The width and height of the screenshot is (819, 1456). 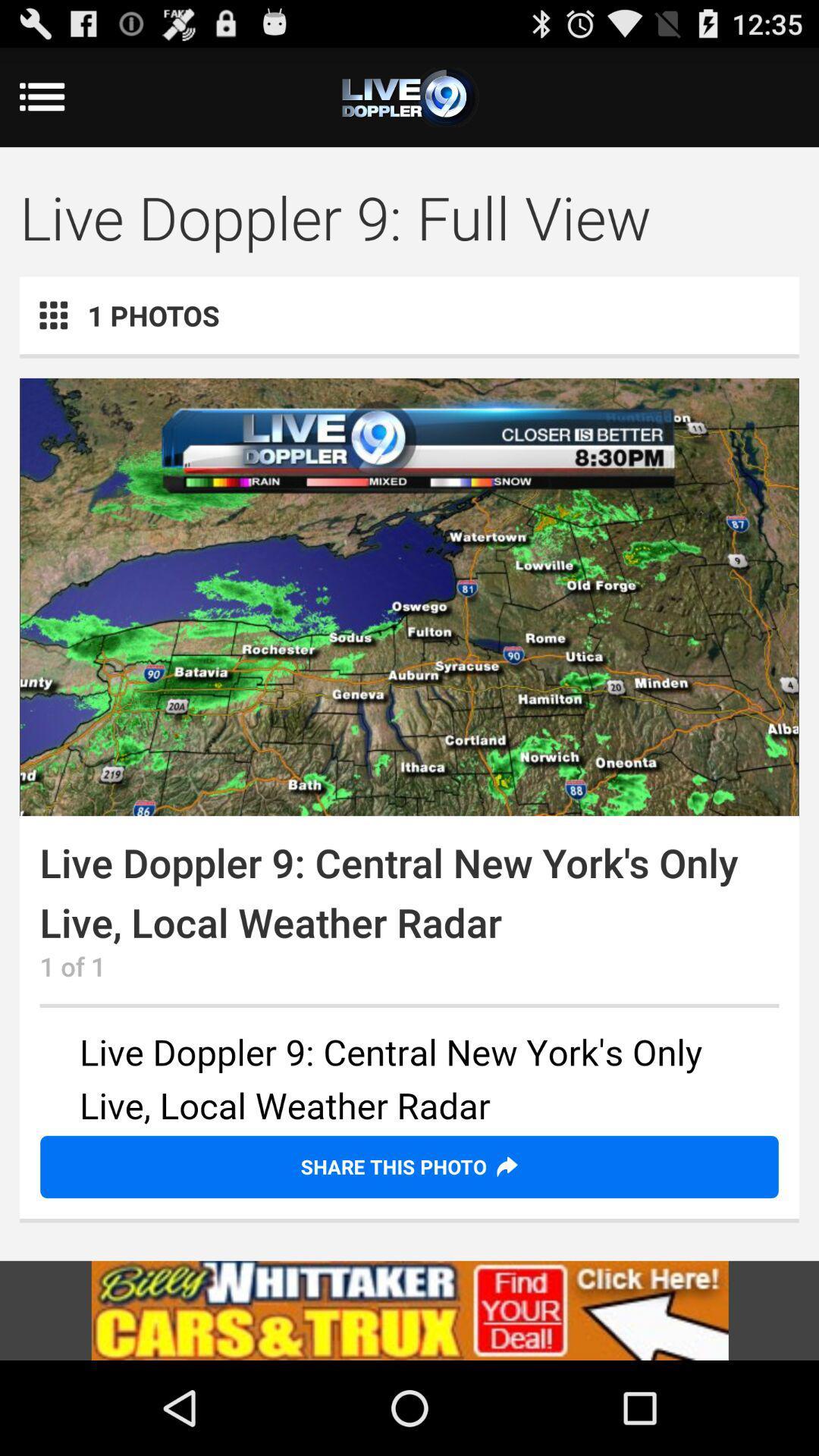 I want to click on advertisement page, so click(x=409, y=1310).